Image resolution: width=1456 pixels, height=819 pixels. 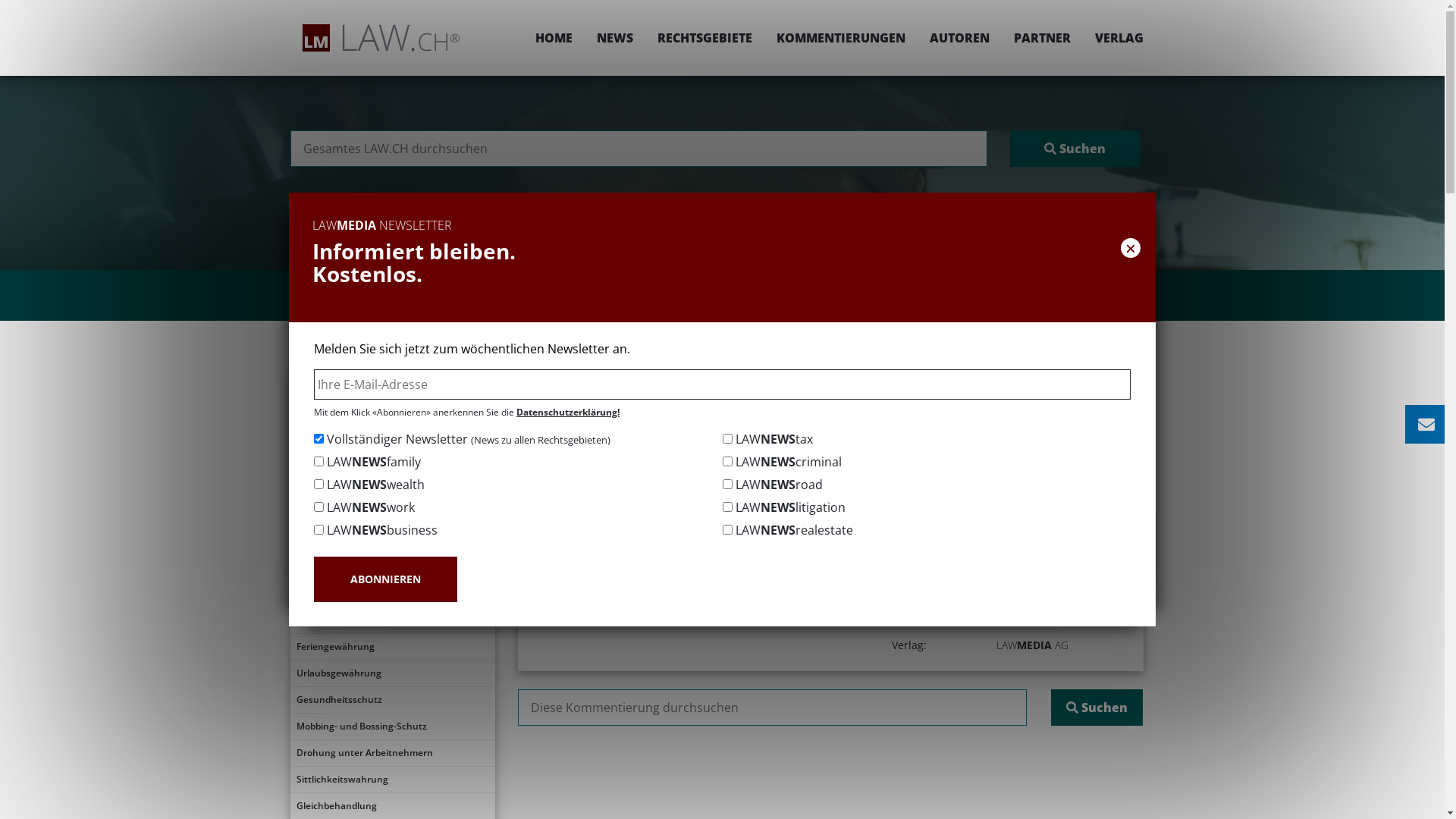 What do you see at coordinates (385, 579) in the screenshot?
I see `'ABONNIEREN'` at bounding box center [385, 579].